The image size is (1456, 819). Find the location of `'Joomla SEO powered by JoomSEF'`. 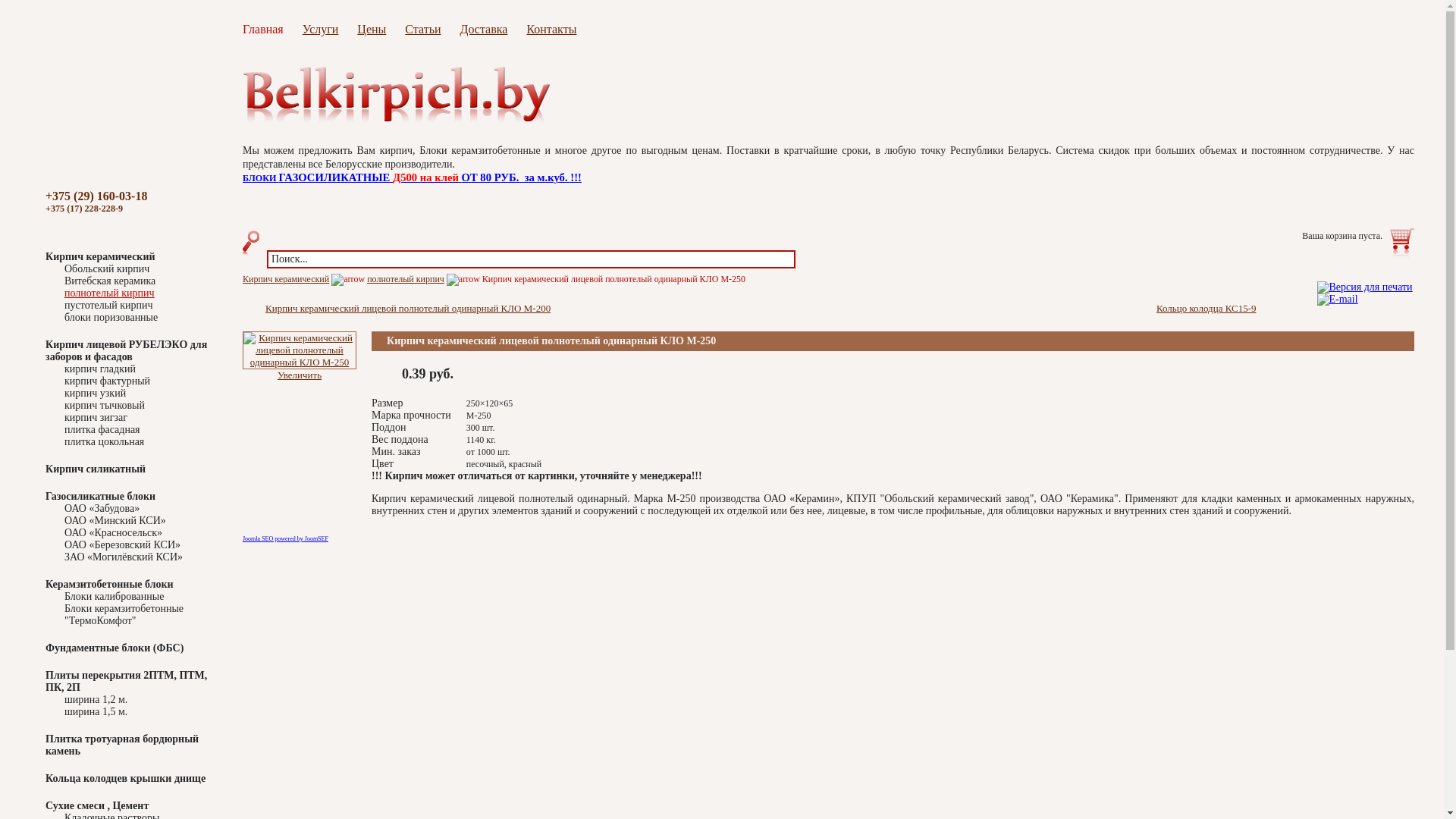

'Joomla SEO powered by JoomSEF' is located at coordinates (285, 538).